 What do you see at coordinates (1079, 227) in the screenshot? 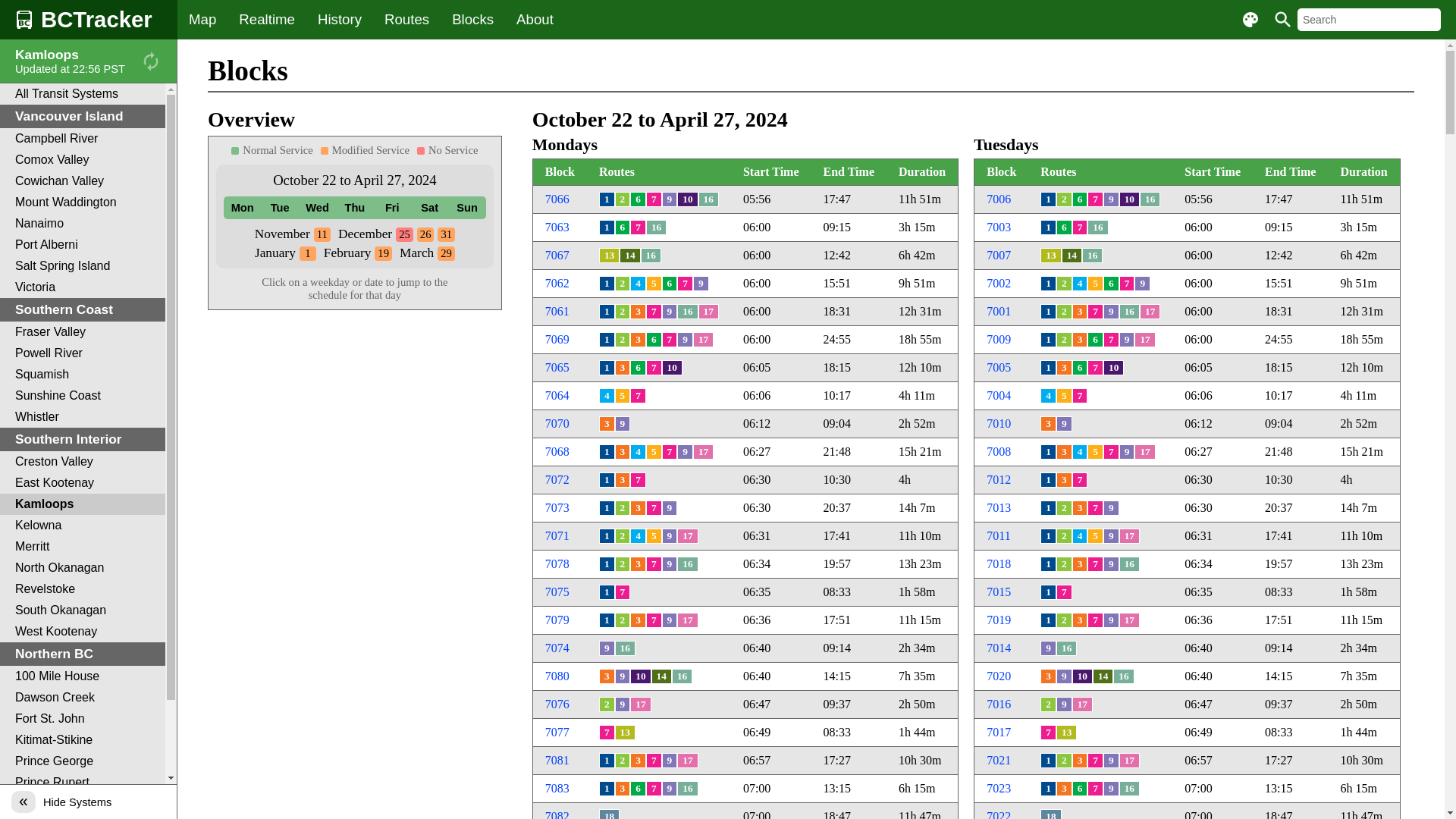
I see `'7'` at bounding box center [1079, 227].